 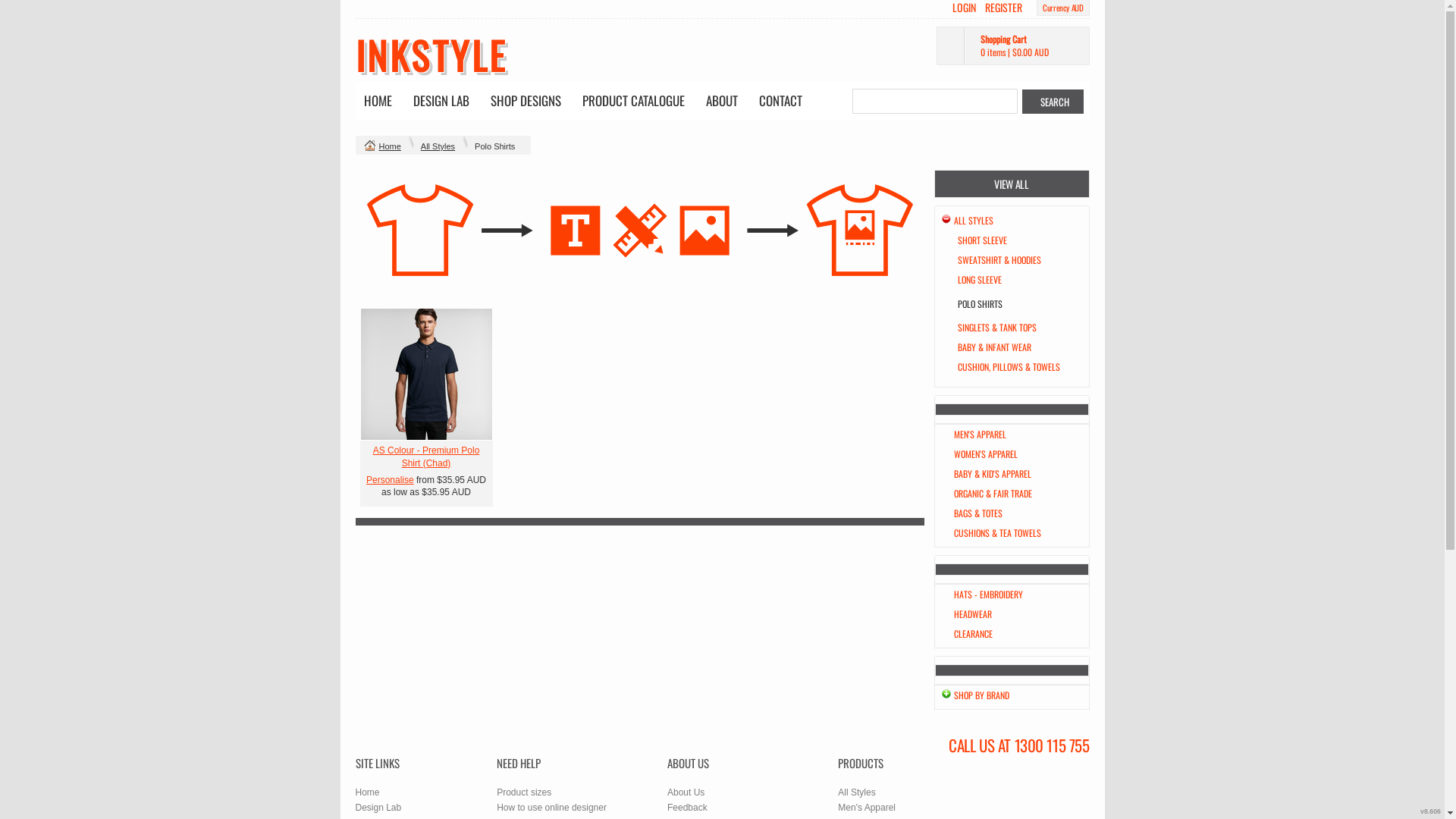 What do you see at coordinates (934, 45) in the screenshot?
I see `'Shopping Cart` at bounding box center [934, 45].